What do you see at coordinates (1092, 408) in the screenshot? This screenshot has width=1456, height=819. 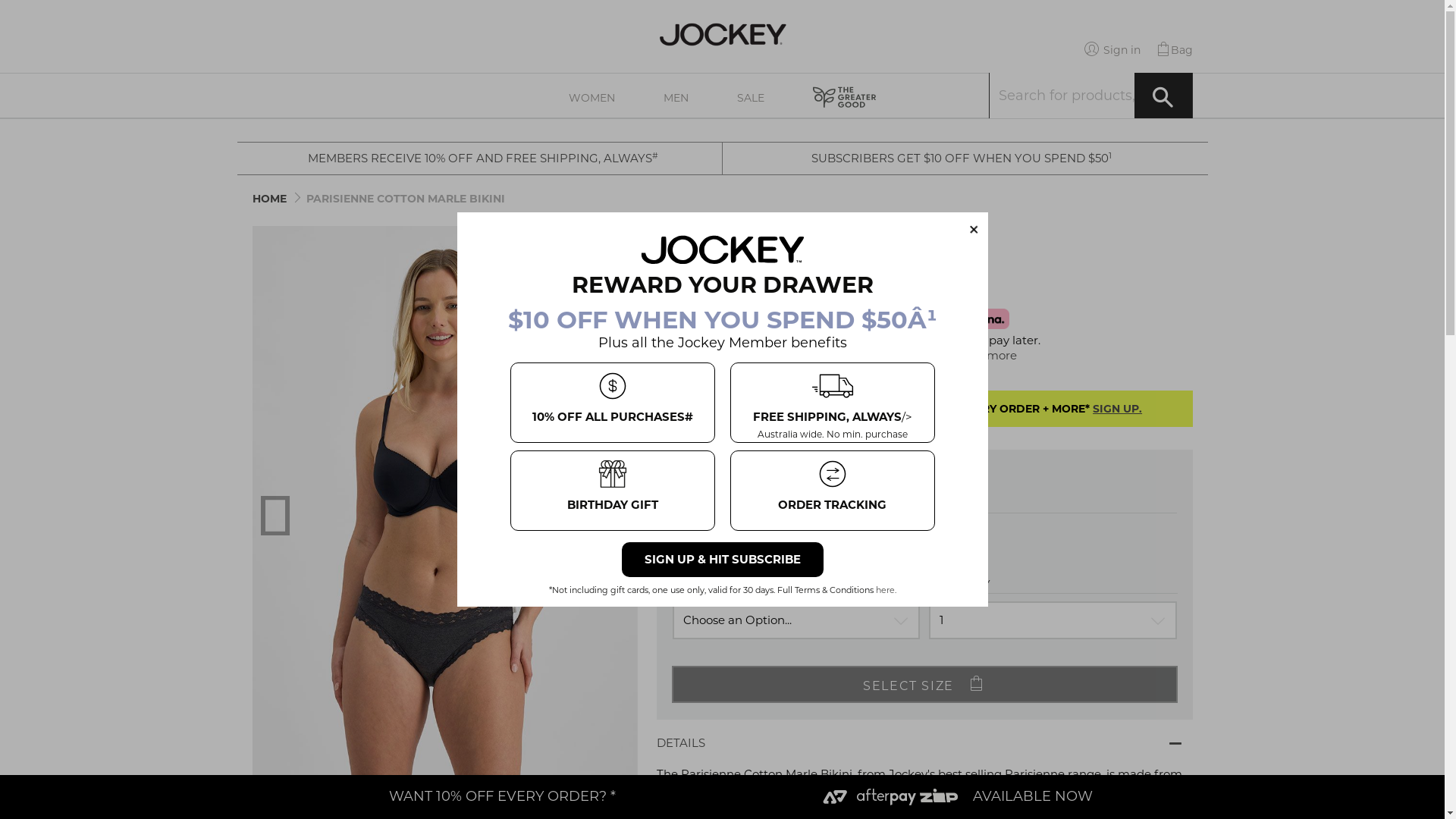 I see `'SIGN UP.'` at bounding box center [1092, 408].